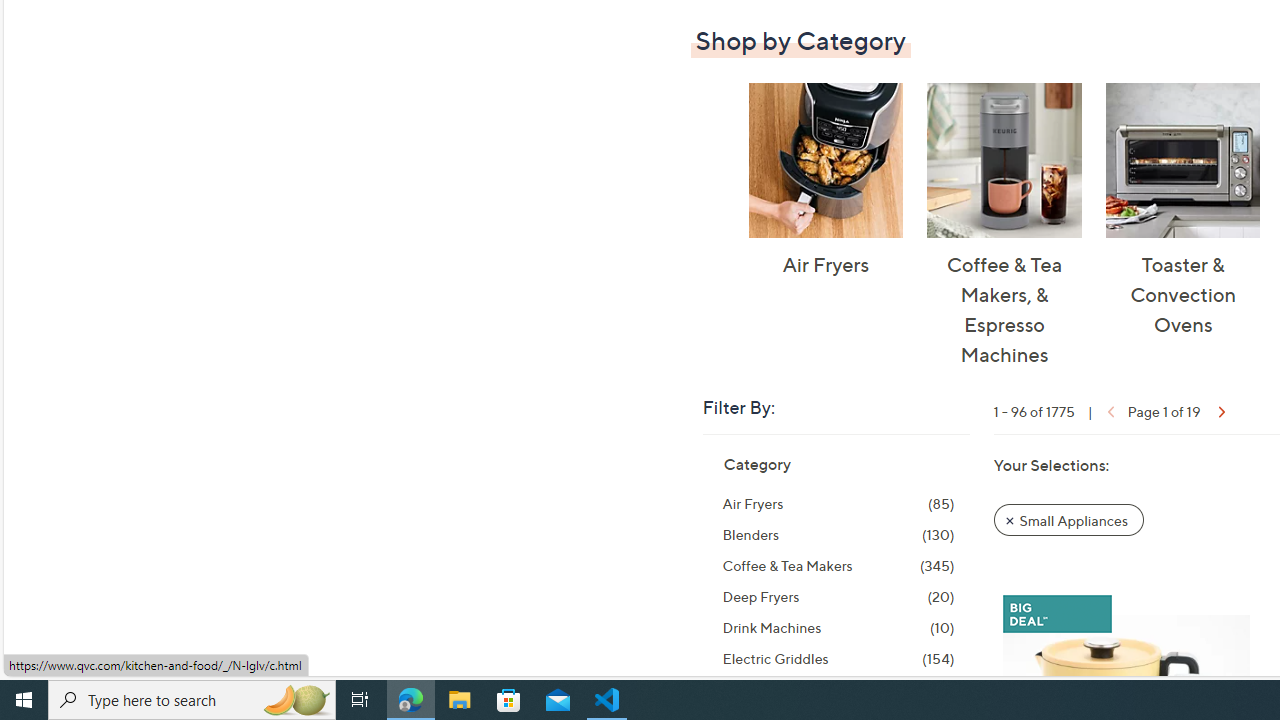 This screenshot has height=720, width=1280. I want to click on 'Remove Filter: Small Appliances', so click(1067, 519).